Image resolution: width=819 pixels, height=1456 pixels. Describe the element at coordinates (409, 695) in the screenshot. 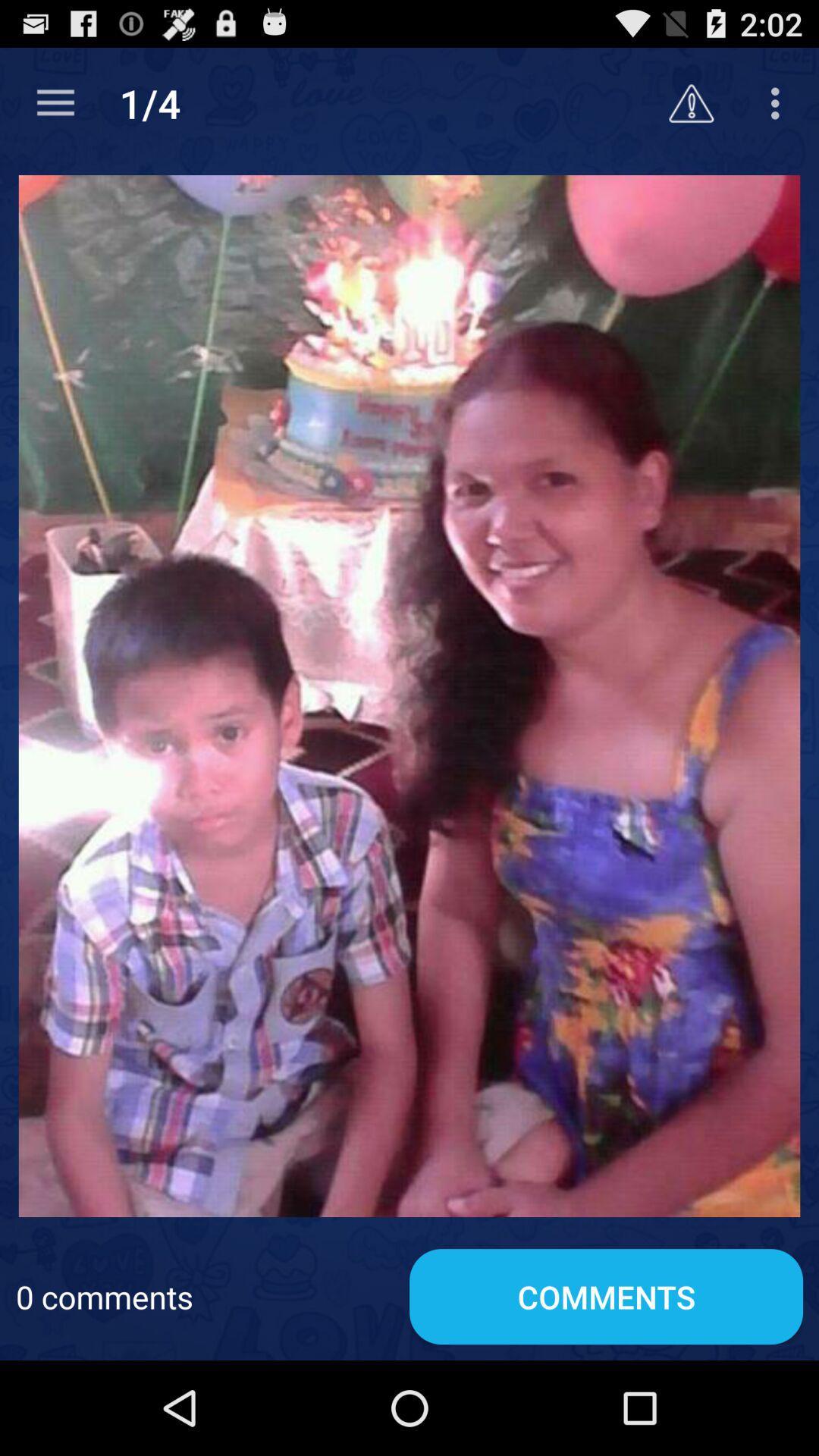

I see `the icon above the comments icon` at that location.